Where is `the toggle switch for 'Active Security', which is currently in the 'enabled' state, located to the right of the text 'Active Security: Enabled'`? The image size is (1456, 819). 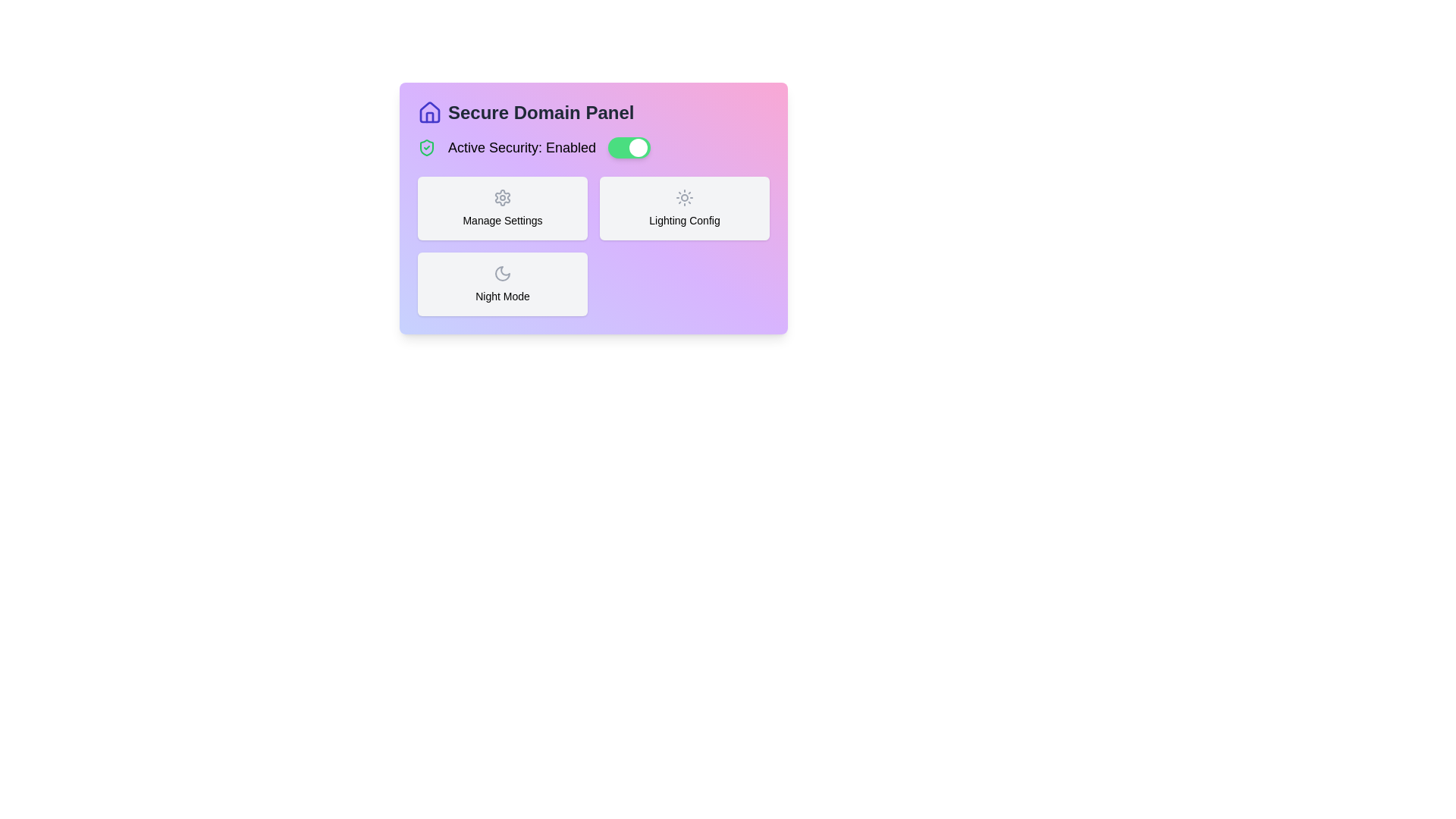 the toggle switch for 'Active Security', which is currently in the 'enabled' state, located to the right of the text 'Active Security: Enabled' is located at coordinates (629, 148).